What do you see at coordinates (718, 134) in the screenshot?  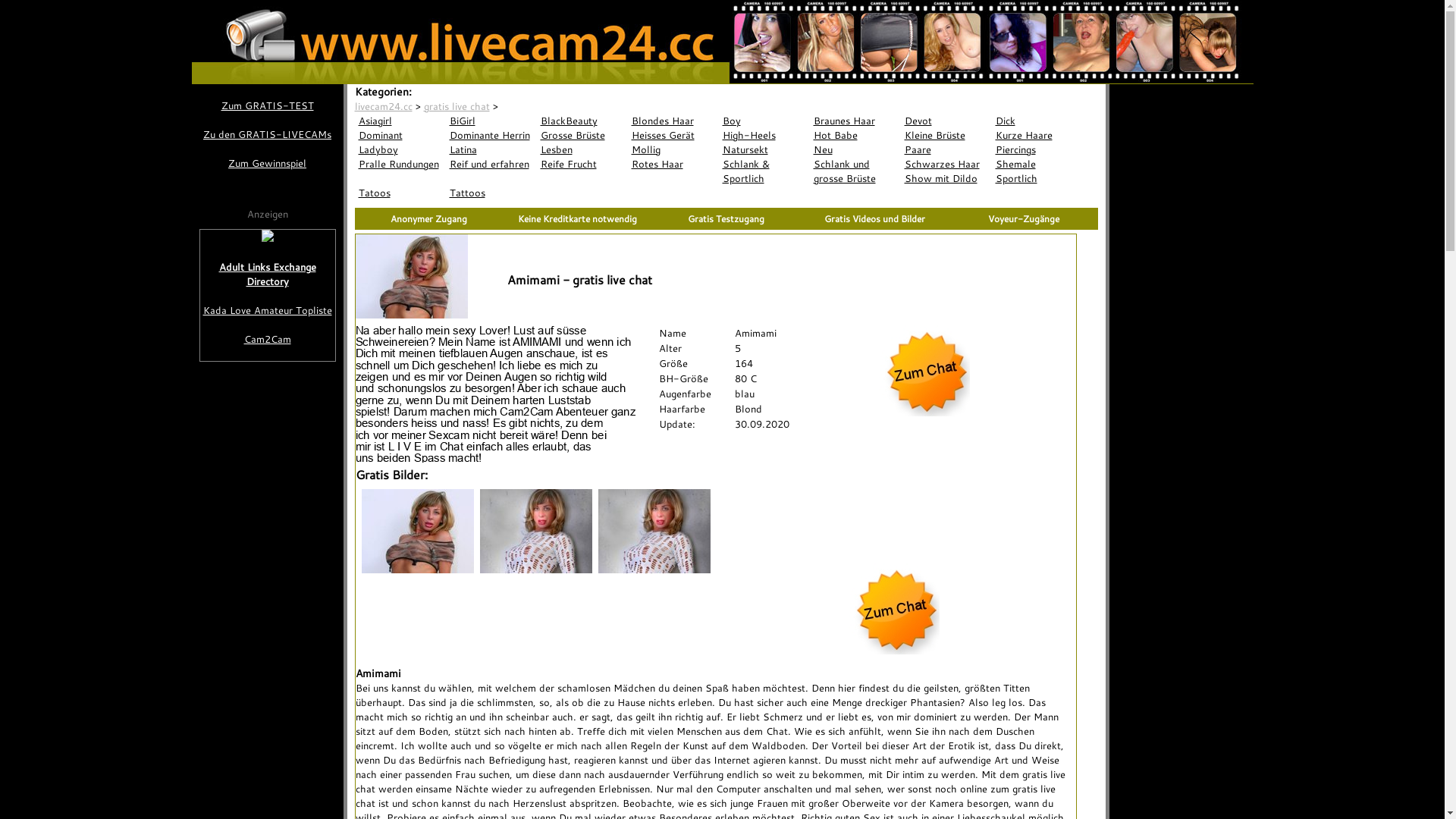 I see `'High-Heels'` at bounding box center [718, 134].